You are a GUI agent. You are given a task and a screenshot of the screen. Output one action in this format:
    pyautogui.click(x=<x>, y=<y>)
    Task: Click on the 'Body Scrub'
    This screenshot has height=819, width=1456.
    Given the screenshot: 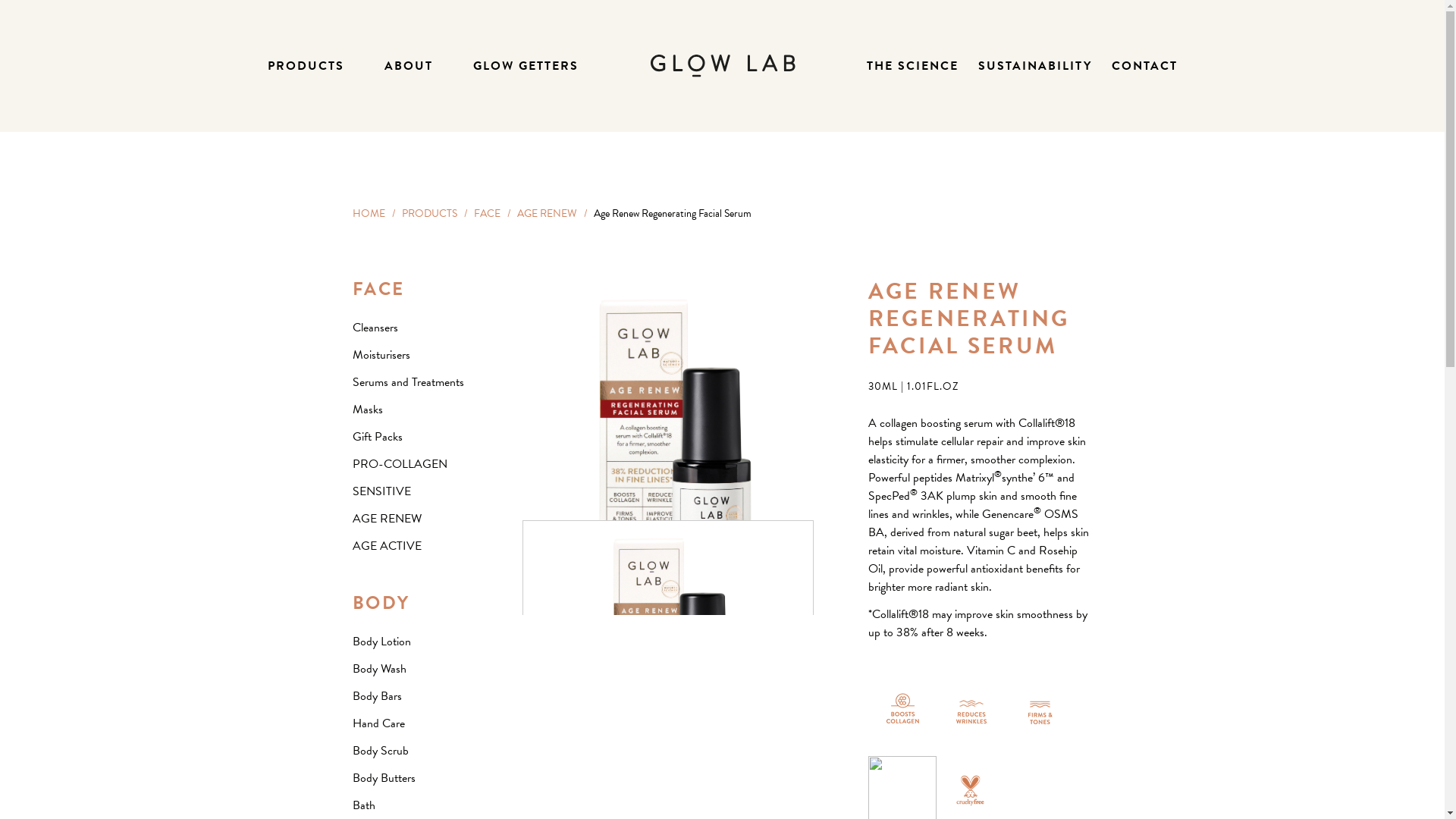 What is the action you would take?
    pyautogui.click(x=379, y=751)
    